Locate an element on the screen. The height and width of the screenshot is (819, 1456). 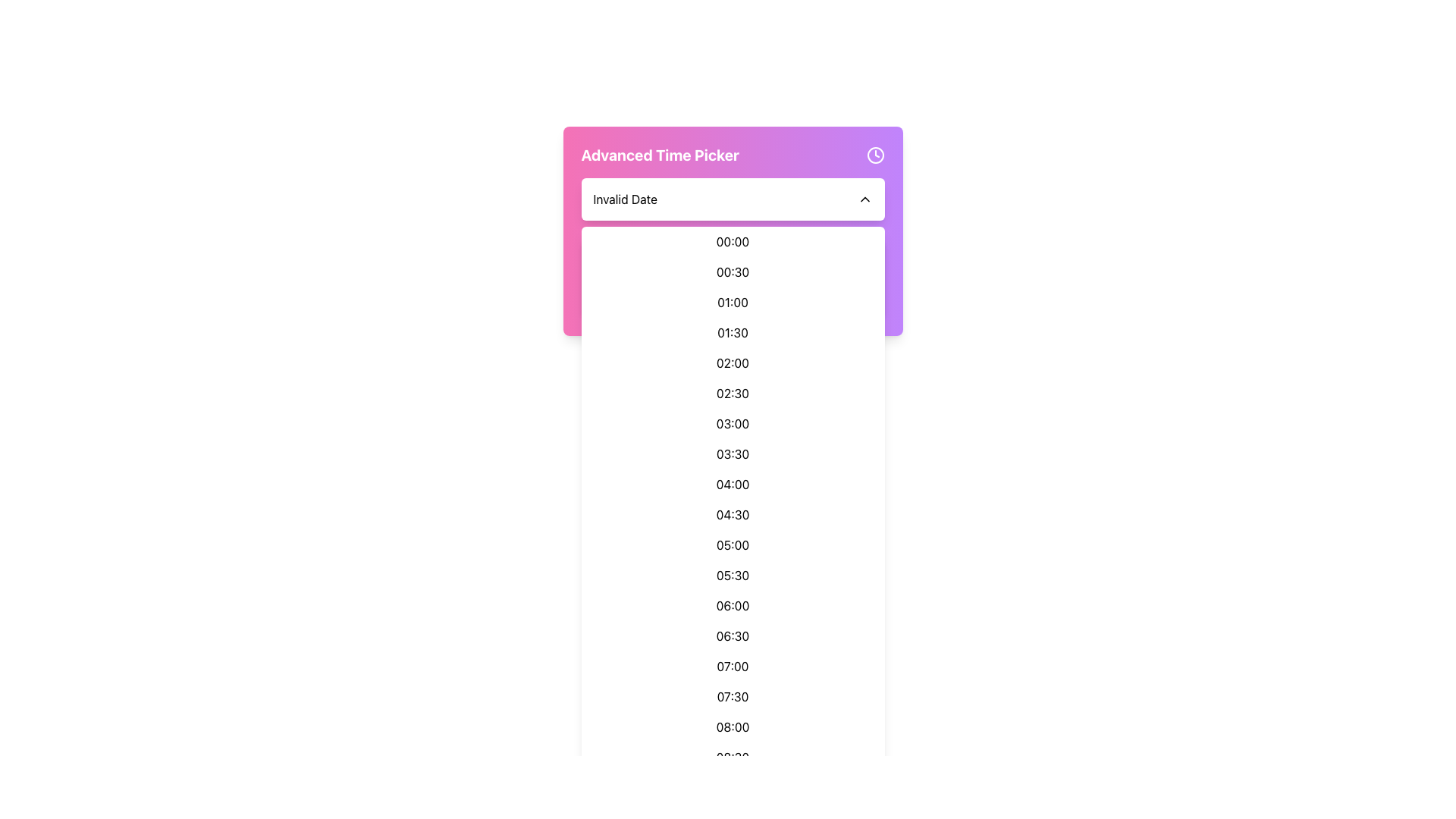
the Icon Button located to the right of the 'Invalid Date' label is located at coordinates (864, 198).